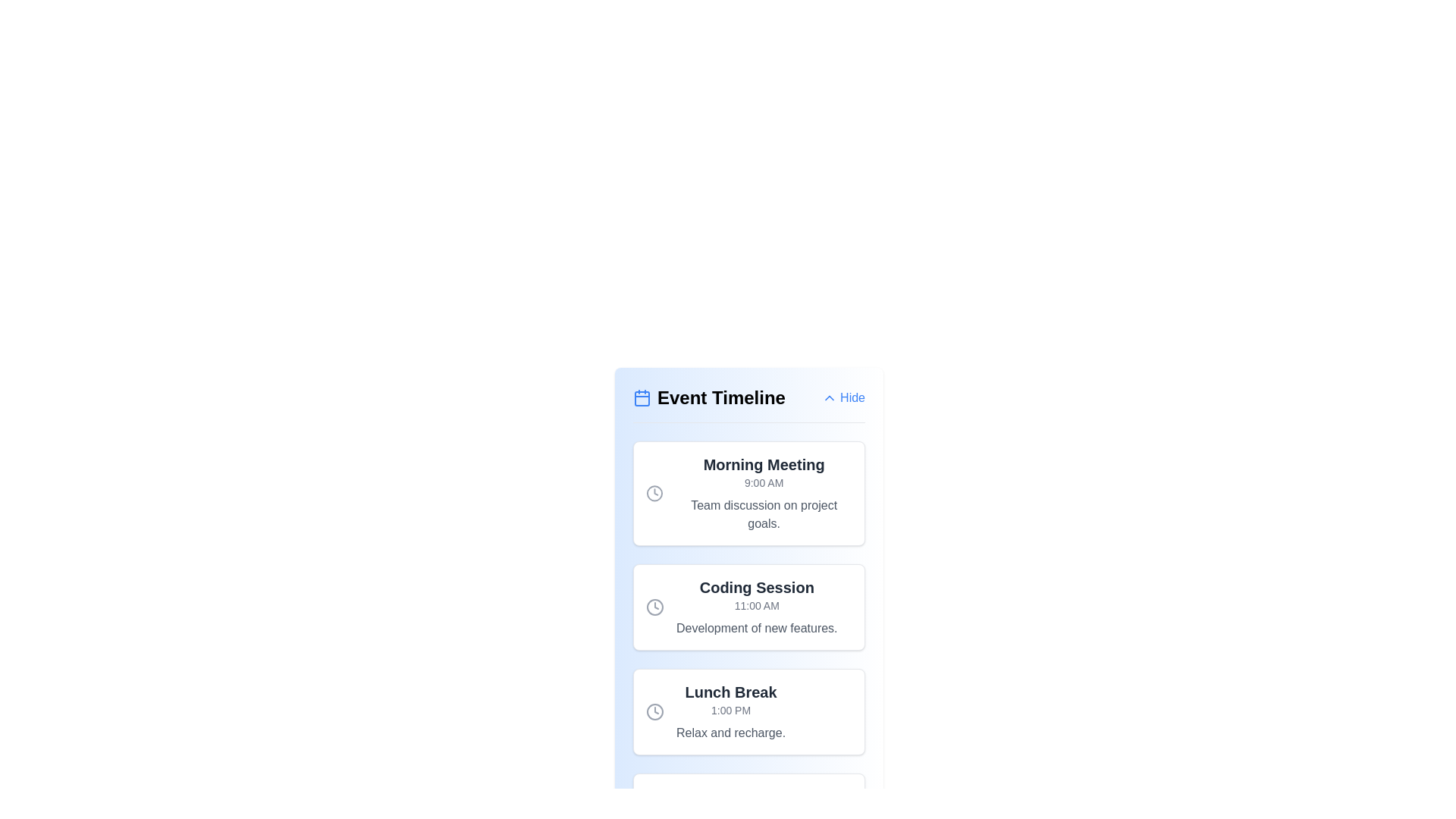  Describe the element at coordinates (764, 494) in the screenshot. I see `text of the event section titled 'Morning Meeting' which includes the time '9:00 AM' and the description 'Team discussion on project goals.'` at that location.